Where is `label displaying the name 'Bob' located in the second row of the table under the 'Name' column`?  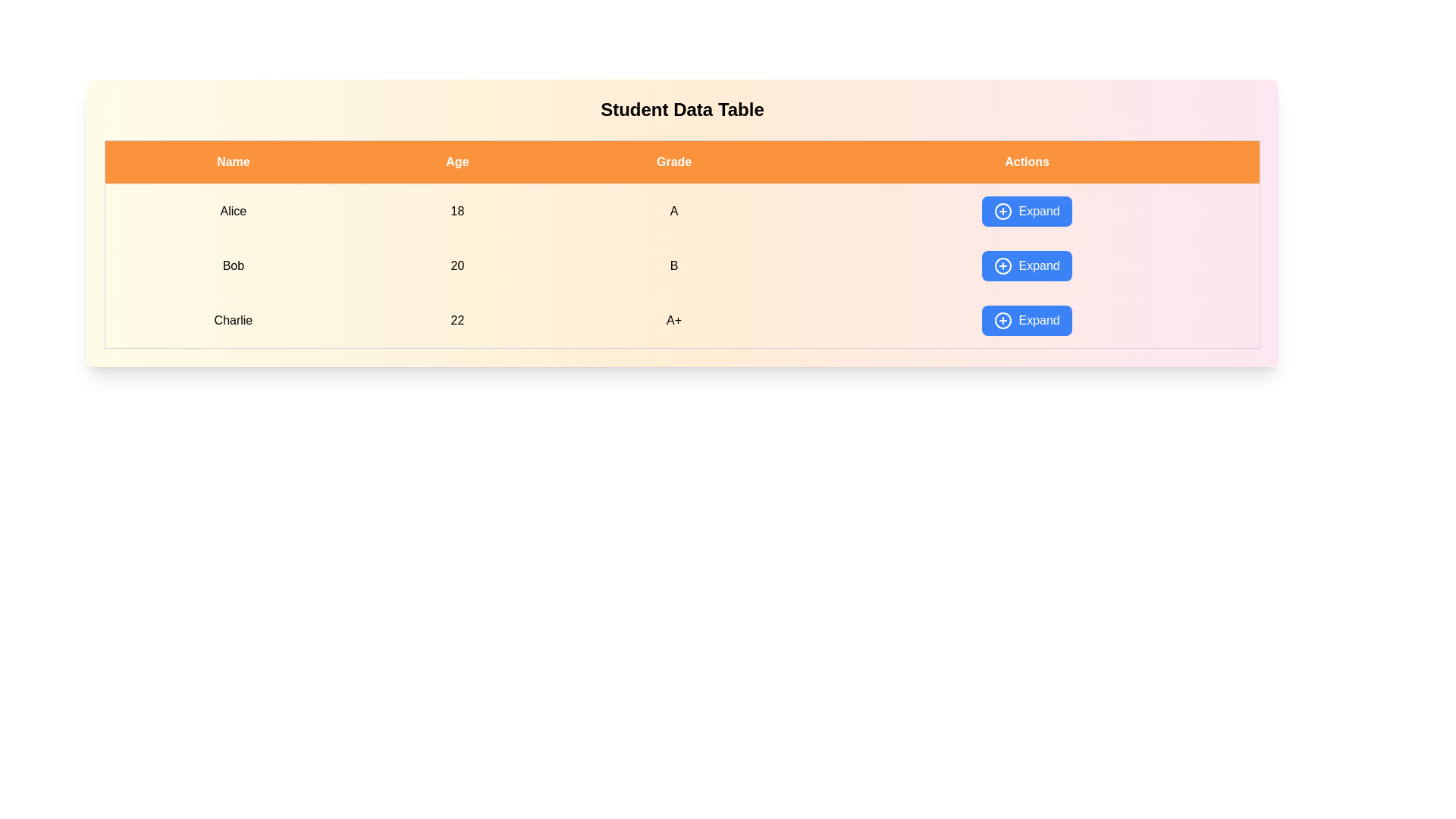 label displaying the name 'Bob' located in the second row of the table under the 'Name' column is located at coordinates (232, 265).